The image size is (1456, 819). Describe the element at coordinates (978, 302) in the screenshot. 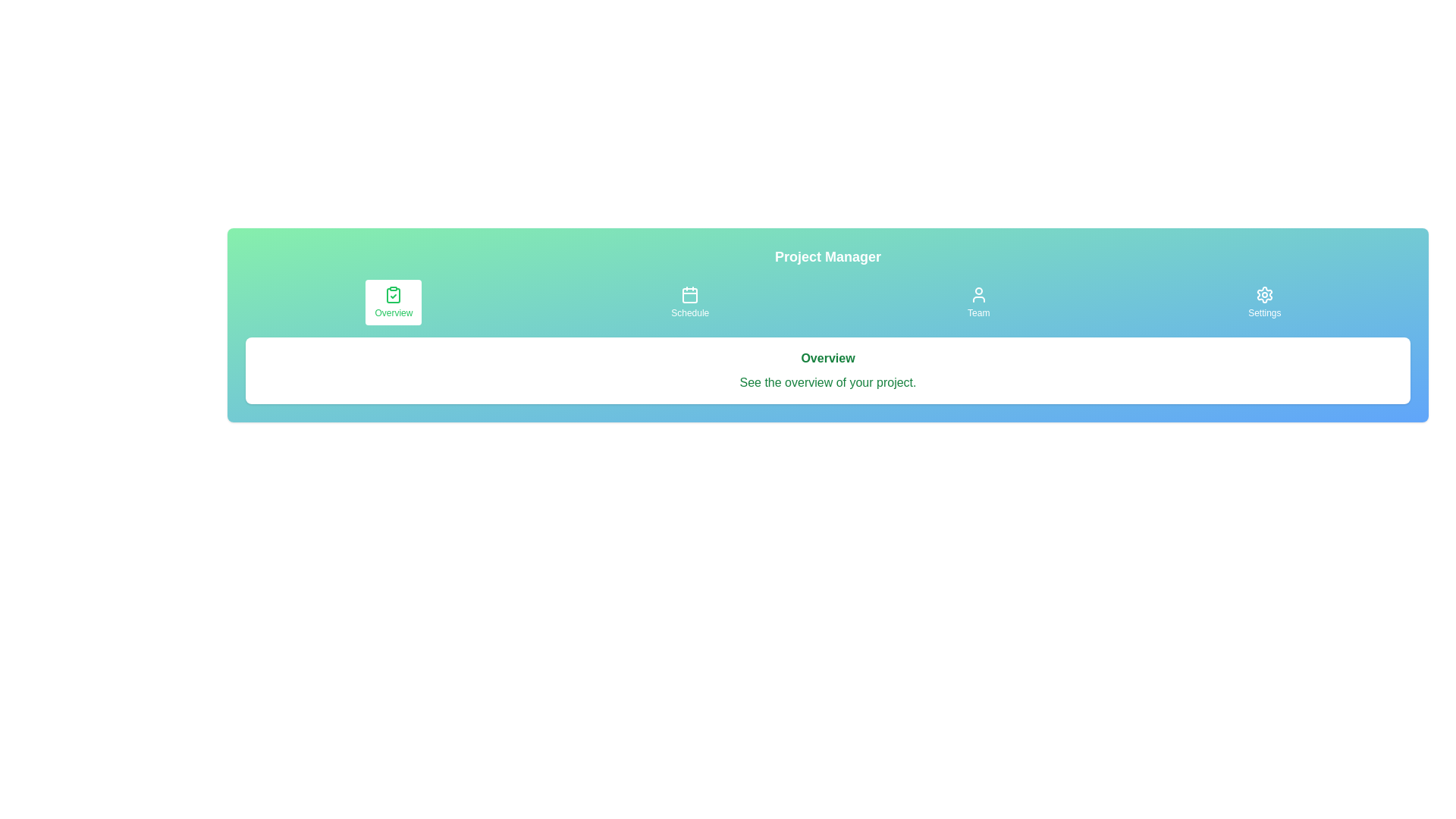

I see `the third button in the navigation bar` at that location.